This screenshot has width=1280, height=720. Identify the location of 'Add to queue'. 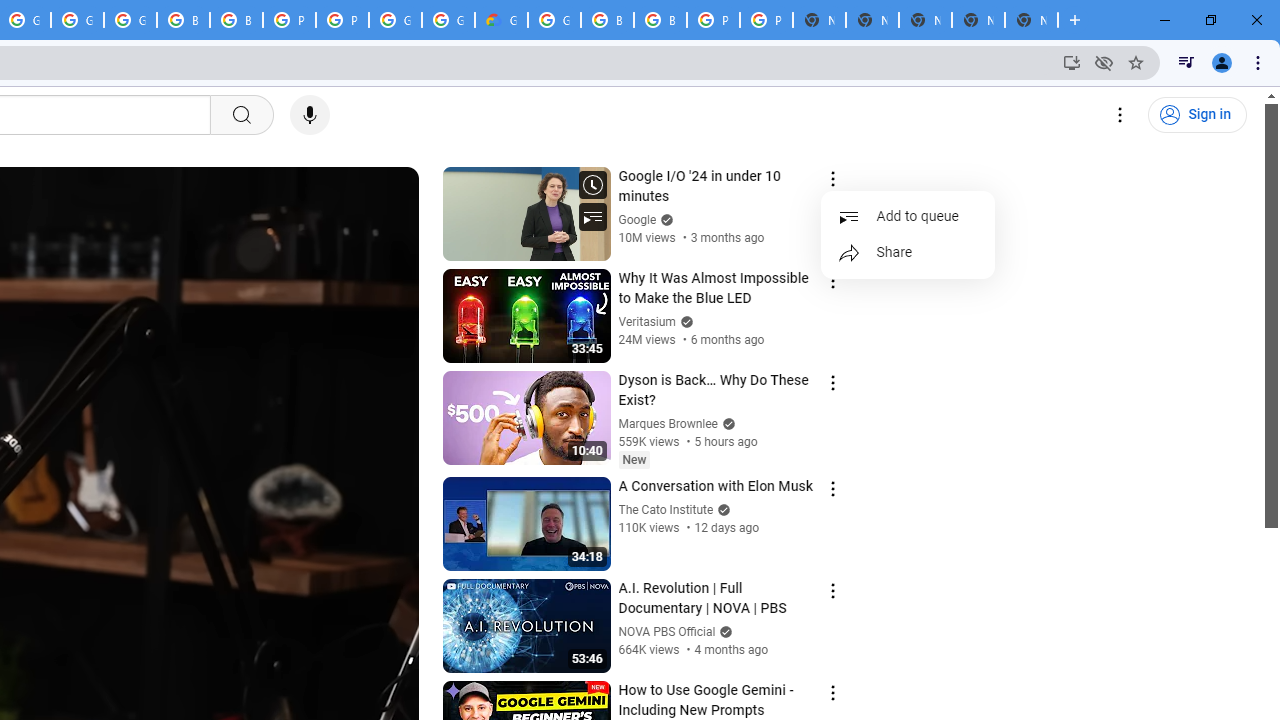
(907, 216).